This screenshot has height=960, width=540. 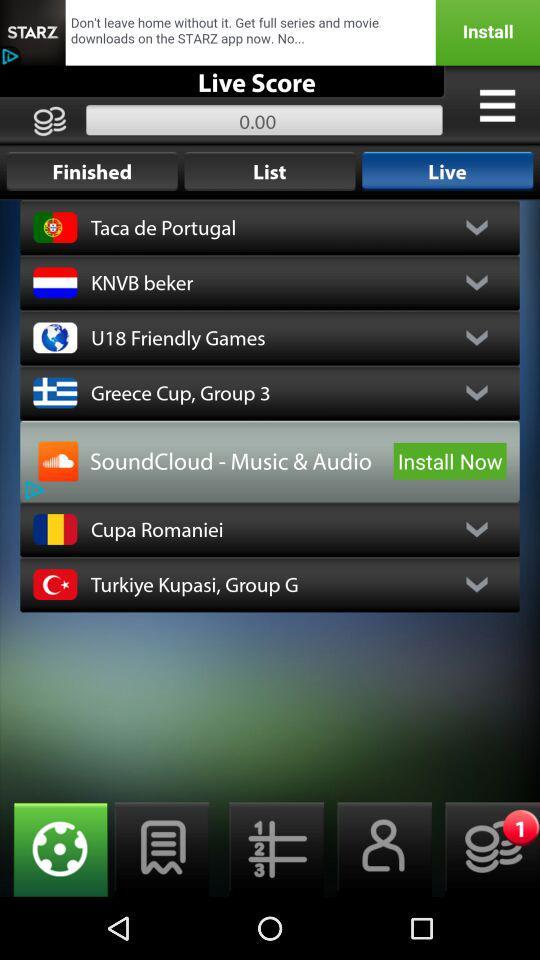 I want to click on profile information, so click(x=378, y=848).